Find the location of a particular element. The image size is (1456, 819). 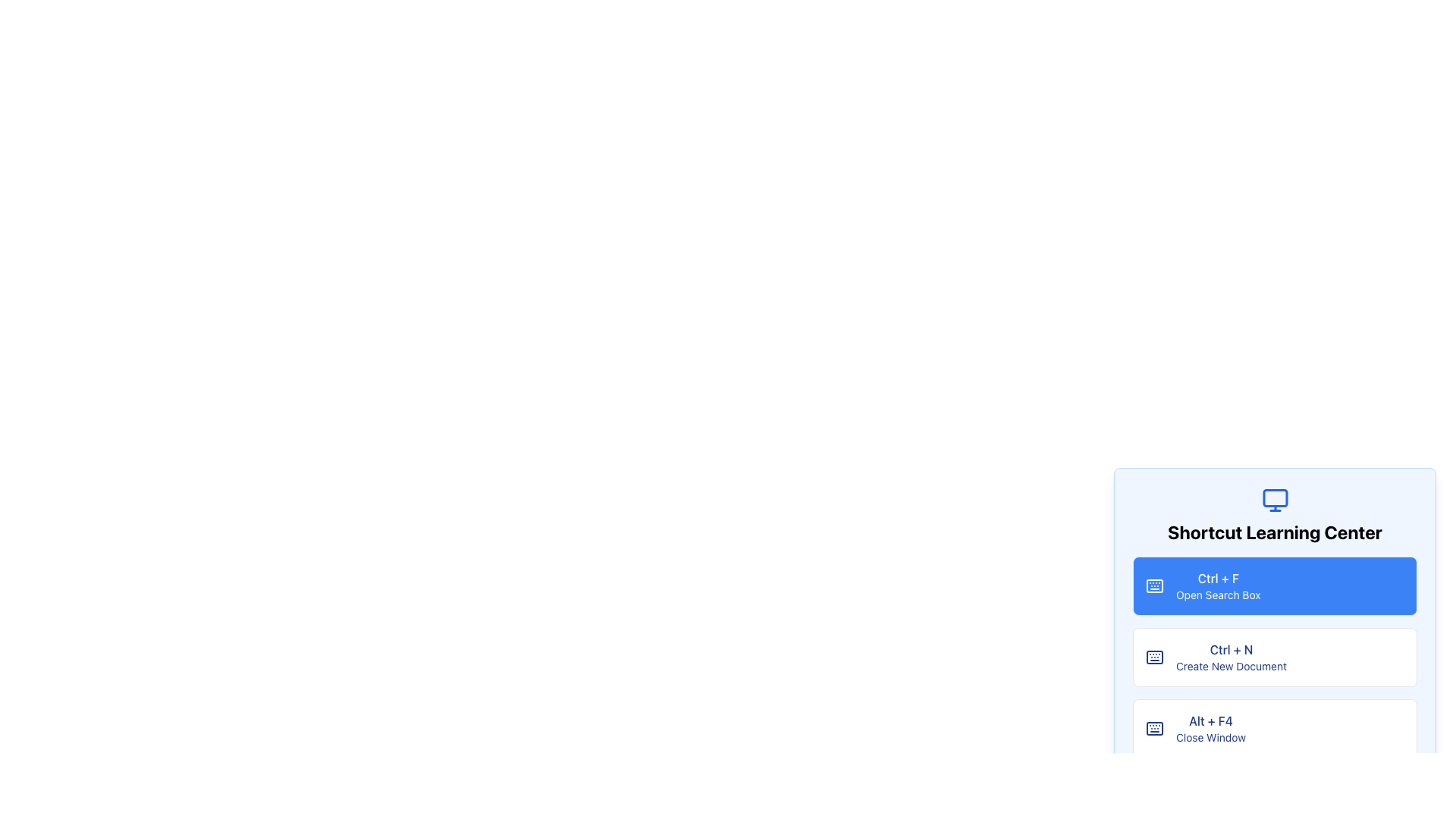

the Text Label displaying the keyboard shortcut 'Ctrl + F' and its function 'Open Search Box', which is the first item in the vertical list of shortcut descriptions in the 'Shortcut Learning Center' module is located at coordinates (1218, 585).